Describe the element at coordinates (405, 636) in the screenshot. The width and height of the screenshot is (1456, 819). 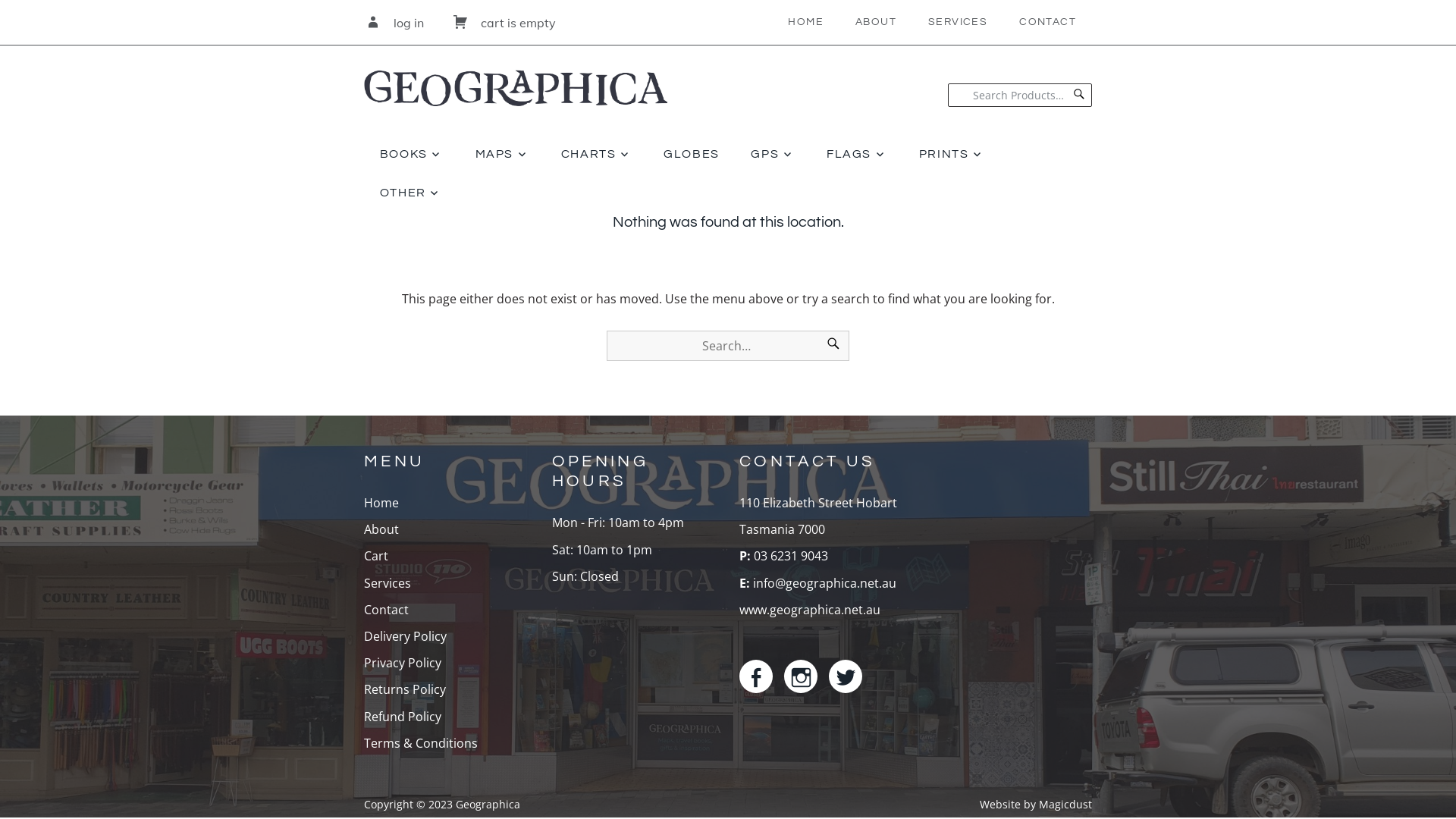
I see `'Delivery Policy'` at that location.